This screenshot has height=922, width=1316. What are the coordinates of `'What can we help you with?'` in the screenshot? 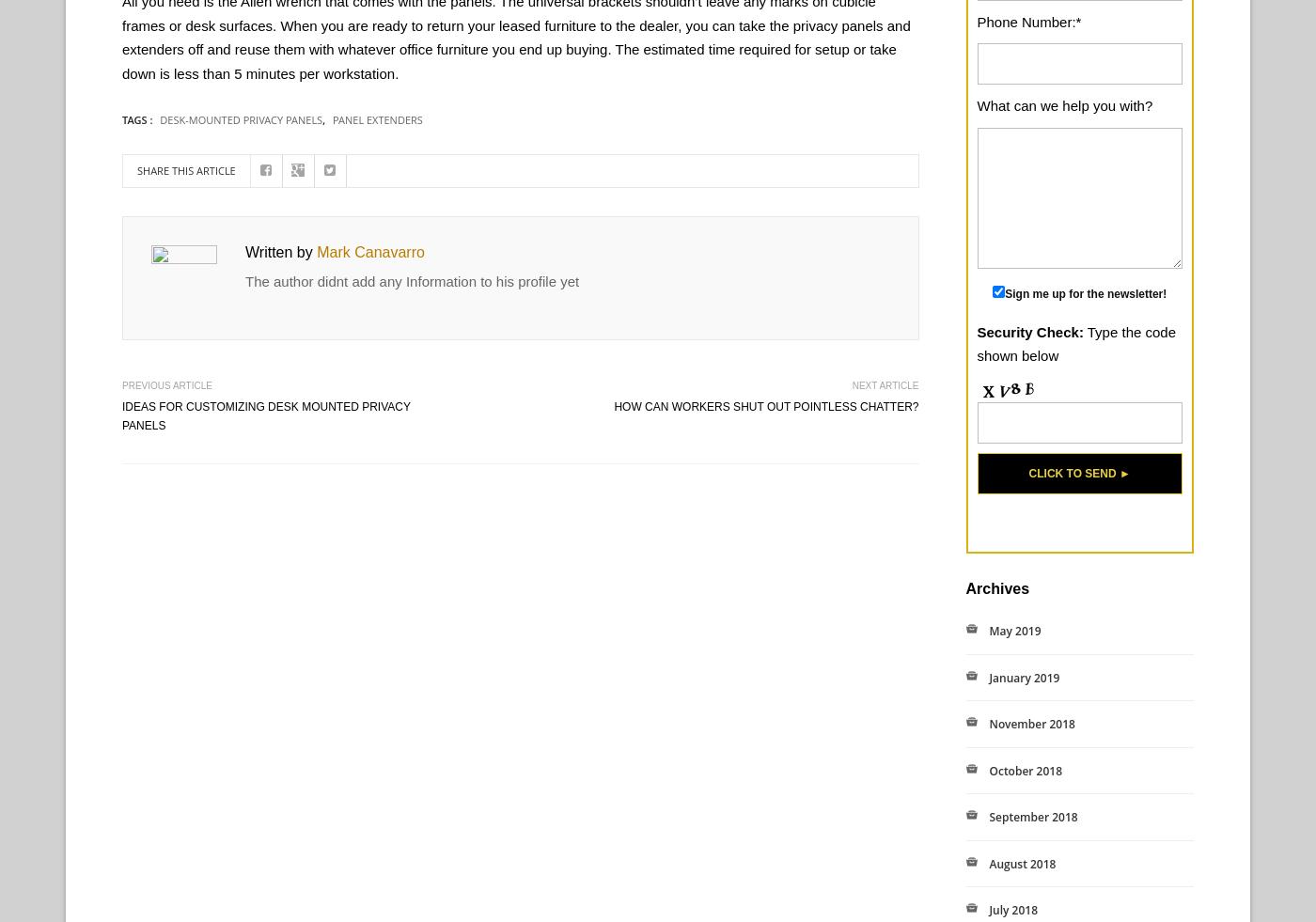 It's located at (976, 104).